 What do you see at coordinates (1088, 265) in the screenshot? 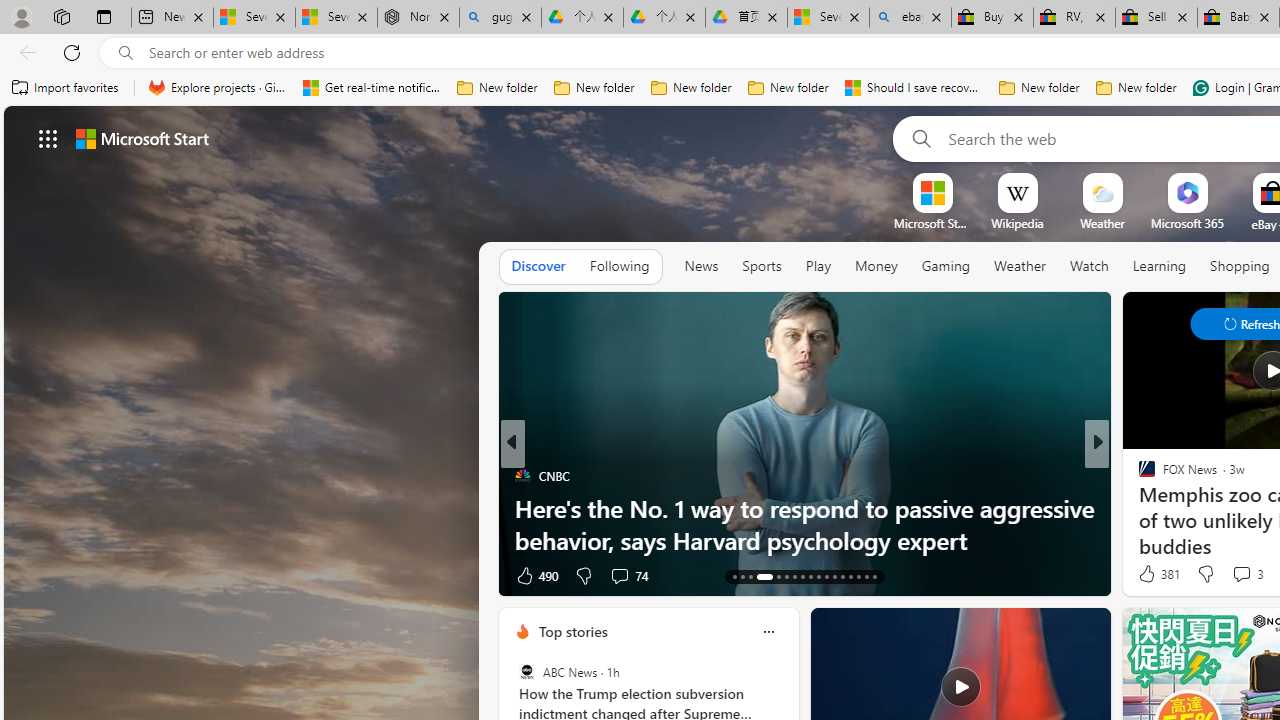
I see `'Watch'` at bounding box center [1088, 265].